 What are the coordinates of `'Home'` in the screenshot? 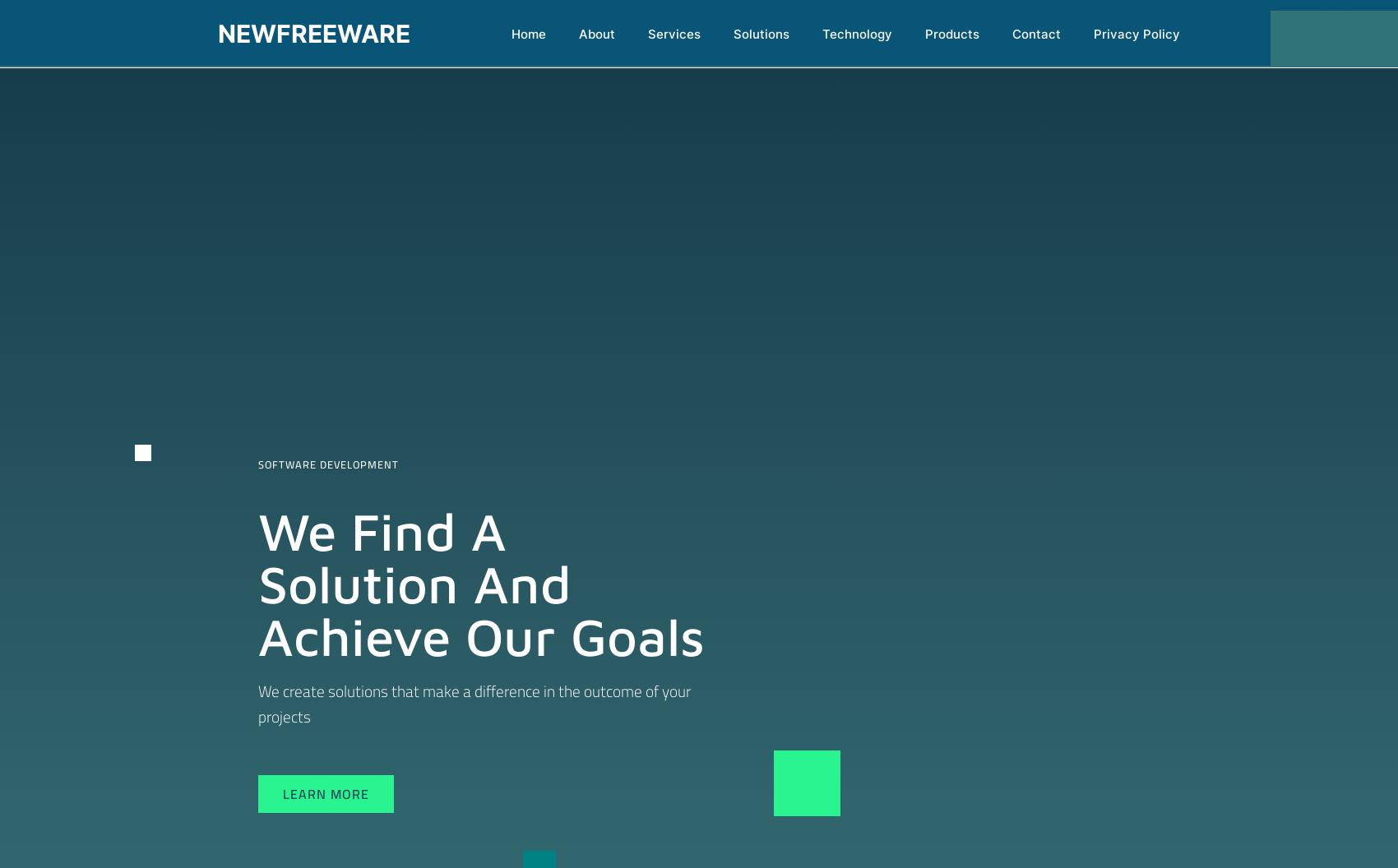 It's located at (528, 34).